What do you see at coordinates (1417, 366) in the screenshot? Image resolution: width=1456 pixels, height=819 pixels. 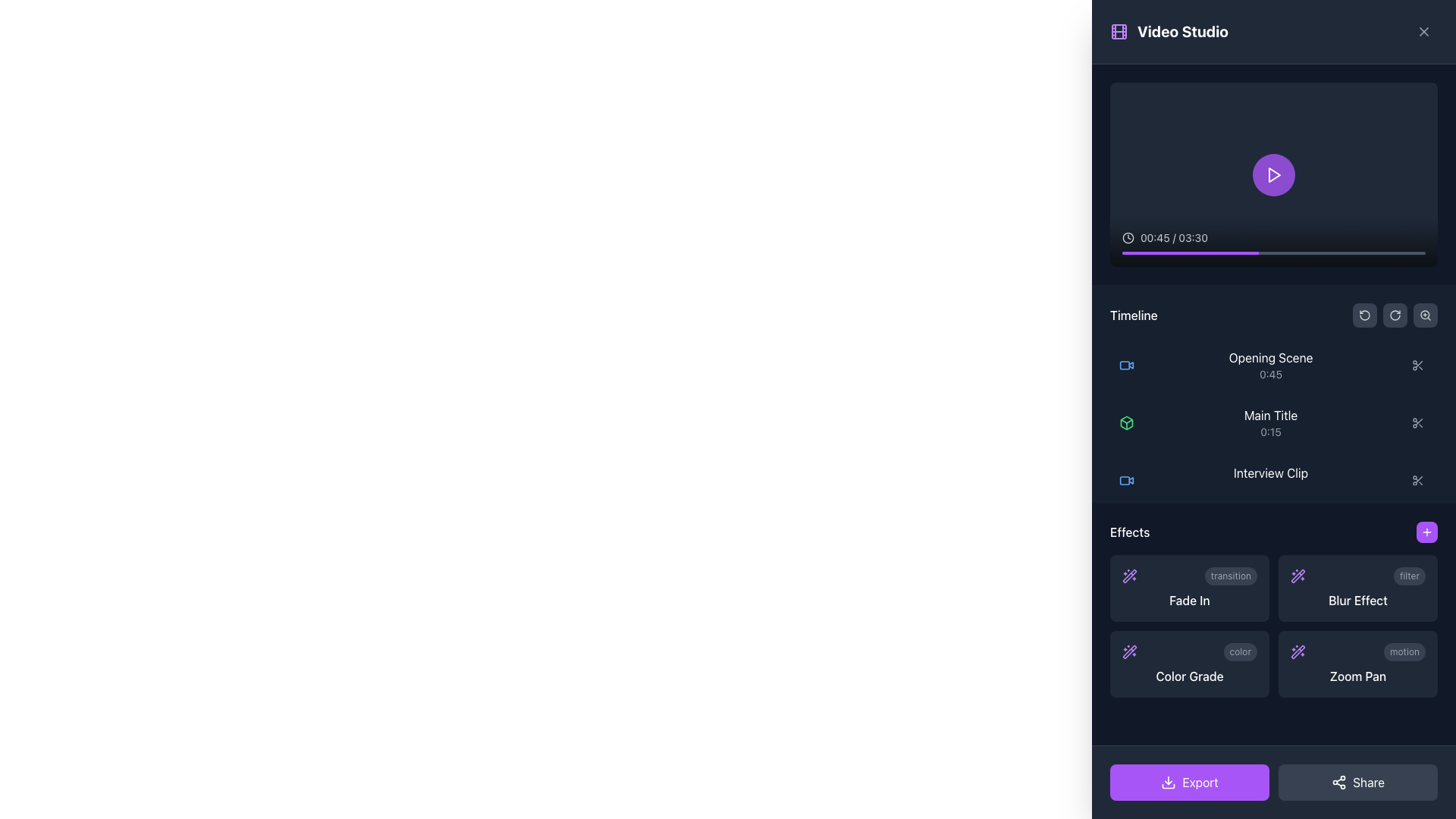 I see `the button located at the far right of the 'Opening Scene' row in the timeline section` at bounding box center [1417, 366].